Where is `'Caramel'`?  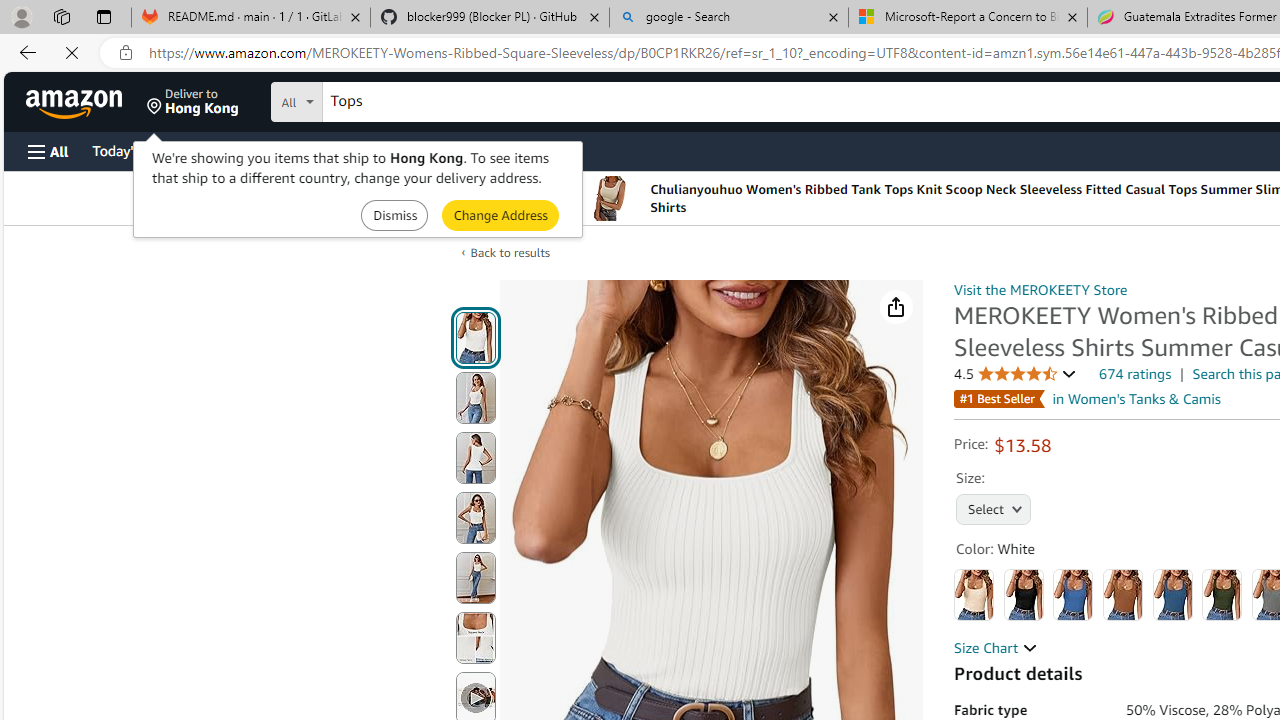
'Caramel' is located at coordinates (1123, 594).